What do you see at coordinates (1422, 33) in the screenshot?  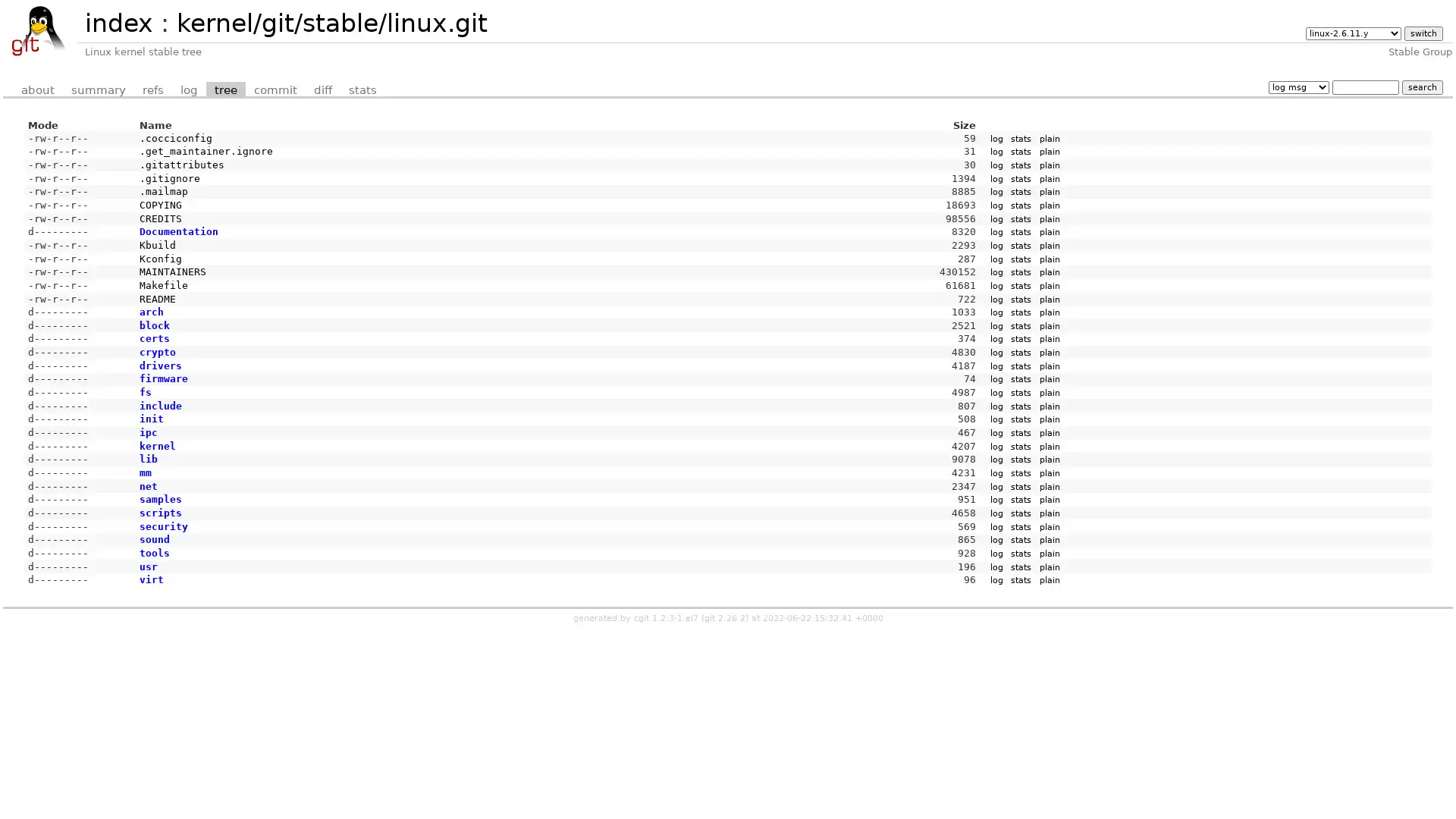 I see `switch` at bounding box center [1422, 33].